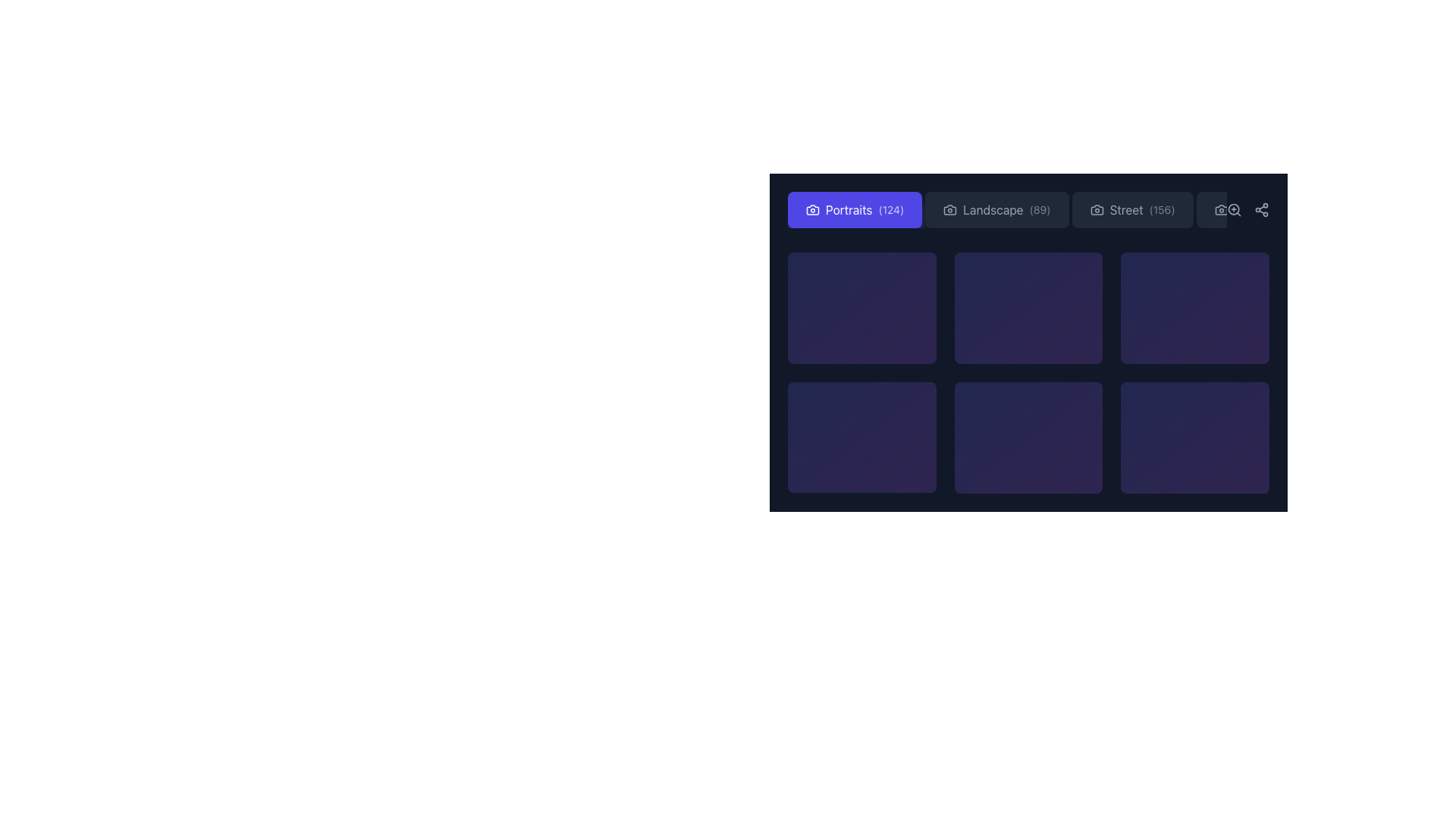 The image size is (1456, 819). I want to click on the rectangular card with rounded corners that features a gradient background transitioning from indigo to purple, located in the last column of the second row of the grid layout, so click(1194, 438).